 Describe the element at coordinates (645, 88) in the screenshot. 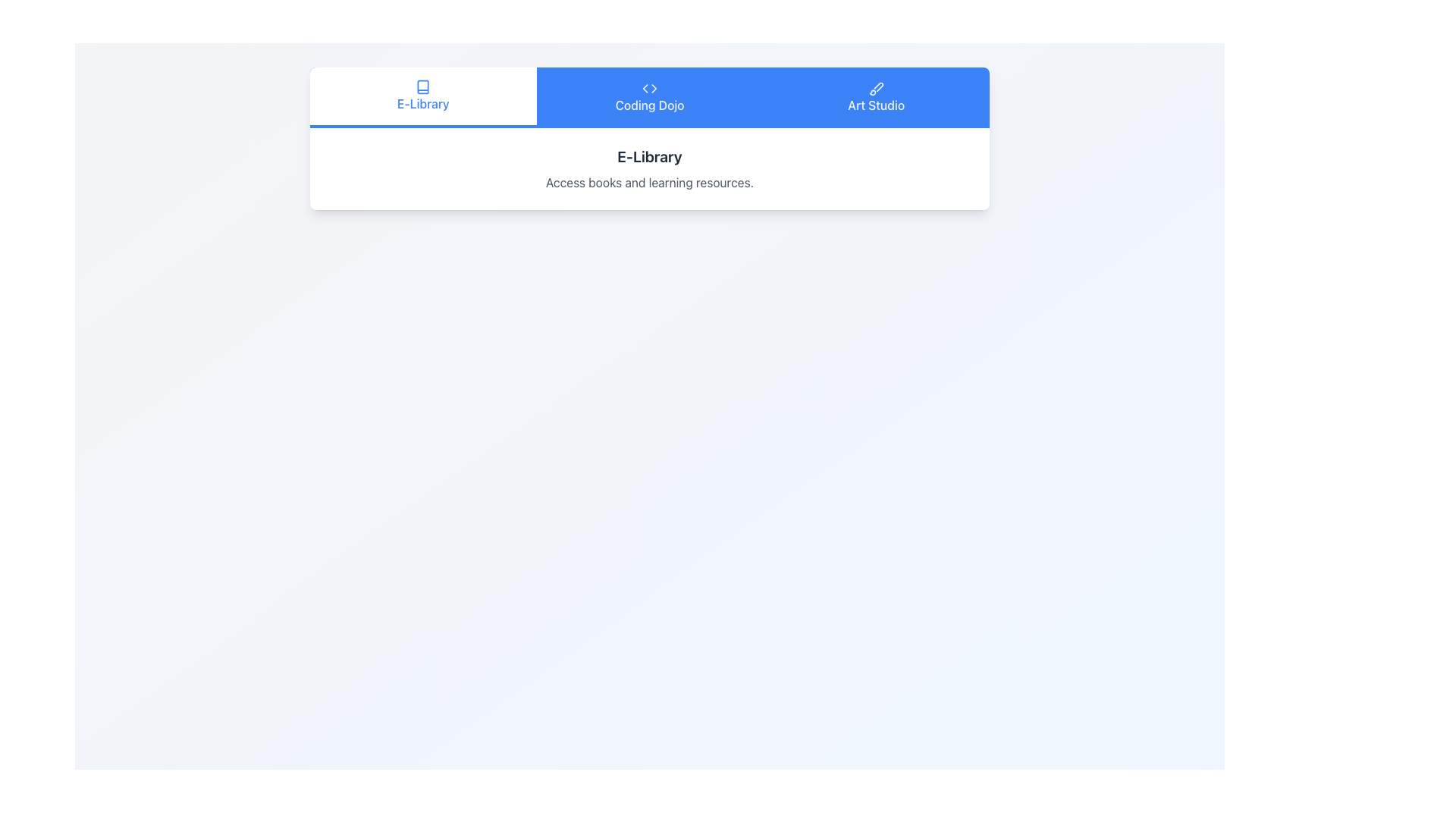

I see `the graphical icon representing the 'Coding Dojo' section in the horizontal navigation bar for additional UI feedback` at that location.